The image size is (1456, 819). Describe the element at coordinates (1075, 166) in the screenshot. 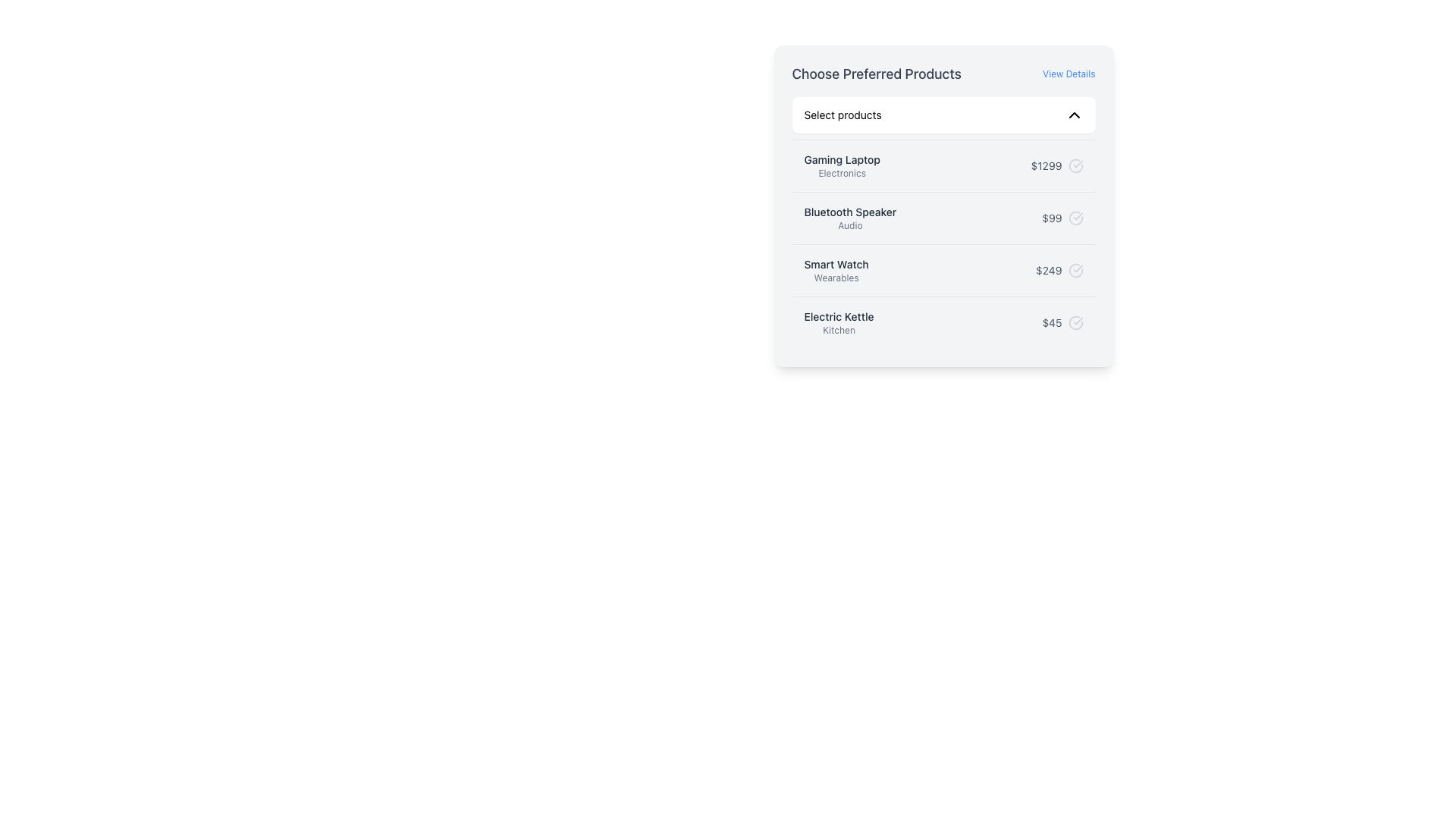

I see `the circular status indicator icon with a checkmark next to the price of the 'Gaming Laptop' in the product list` at that location.